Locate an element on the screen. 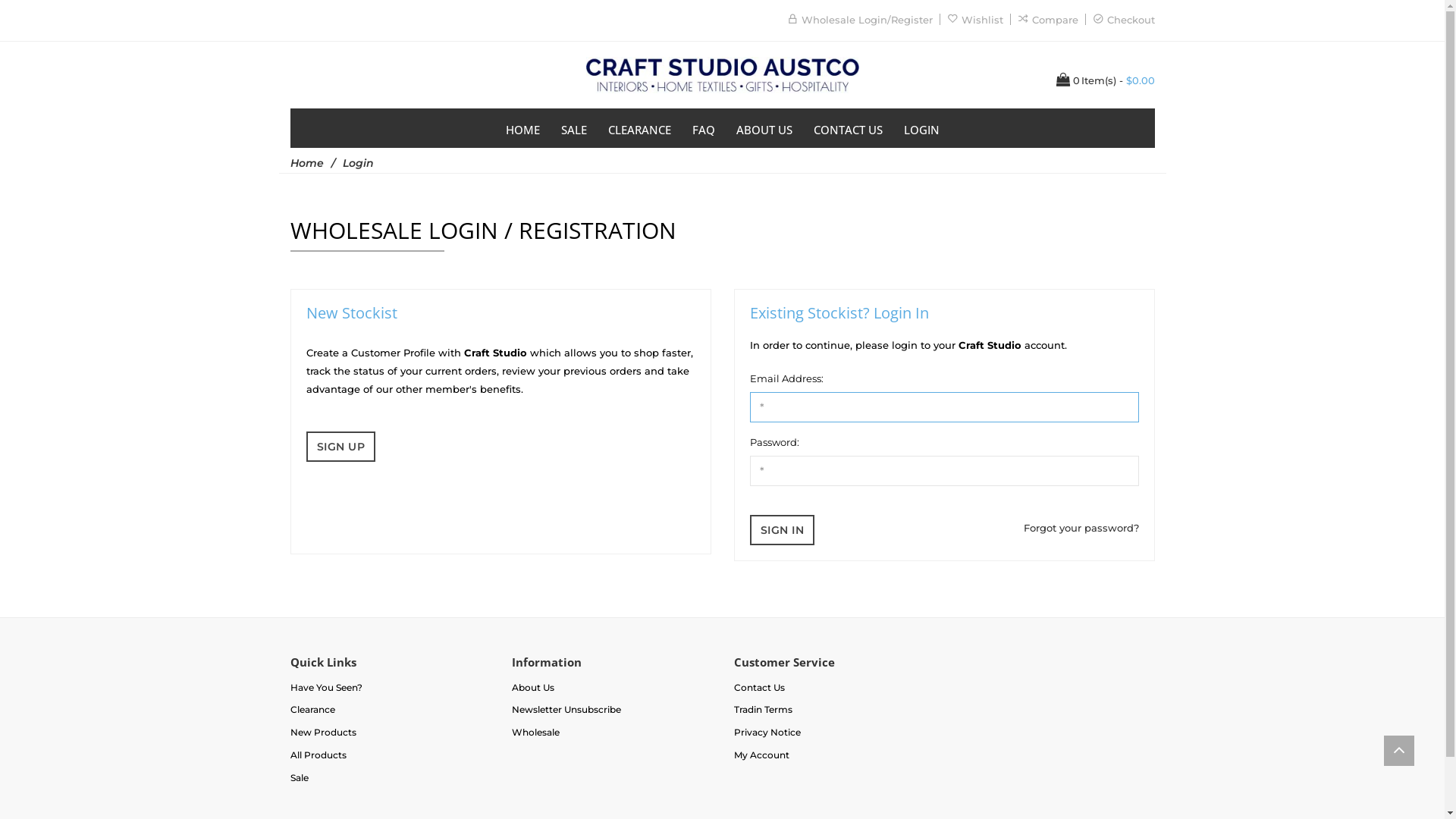 This screenshot has height=819, width=1456. 'FAQ' is located at coordinates (701, 127).